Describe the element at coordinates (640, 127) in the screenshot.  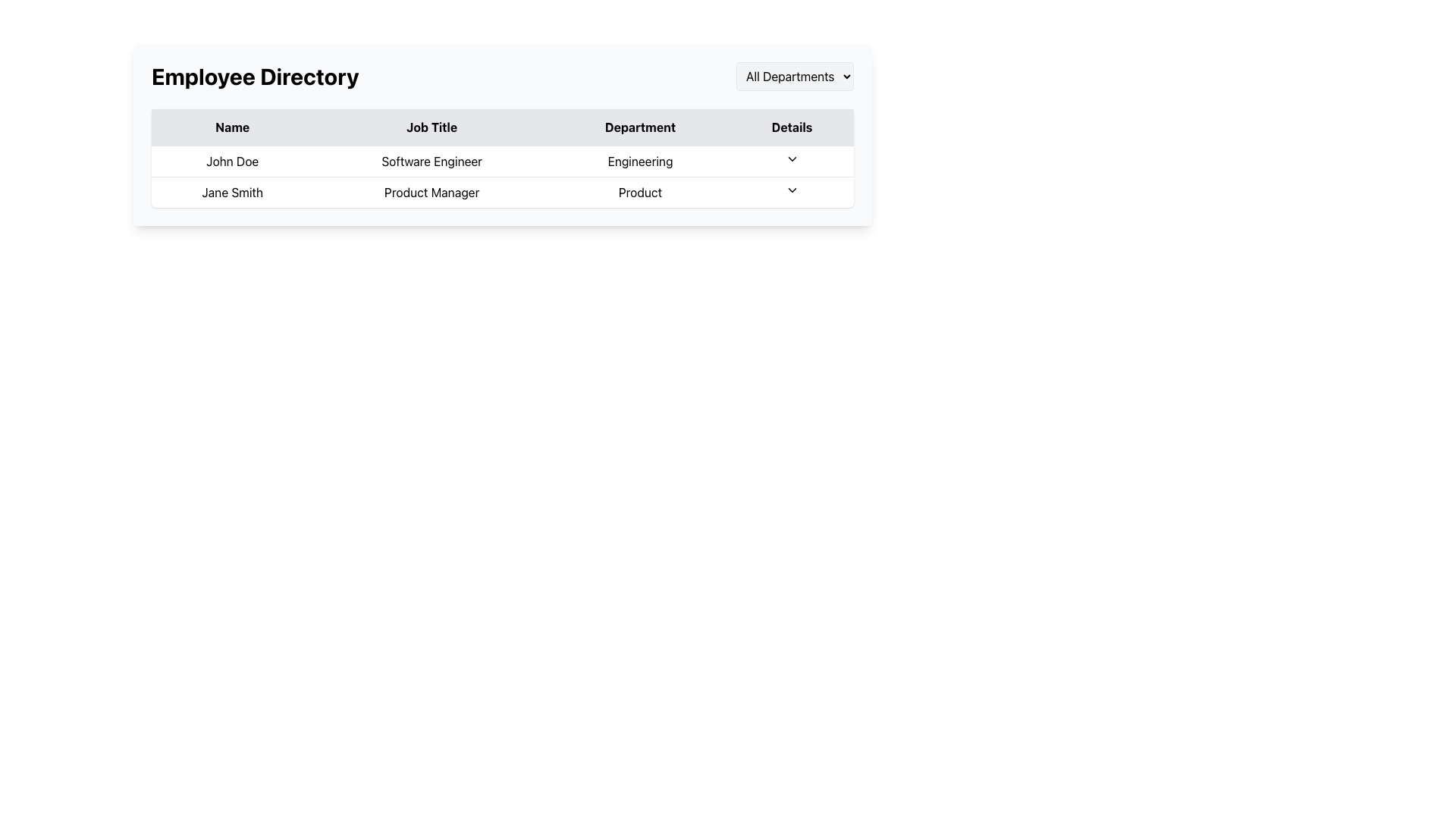
I see `the text label displaying 'Department', which is styled in black font on a light gray background, located in the header row of a table between 'Job Title' and 'Details'` at that location.